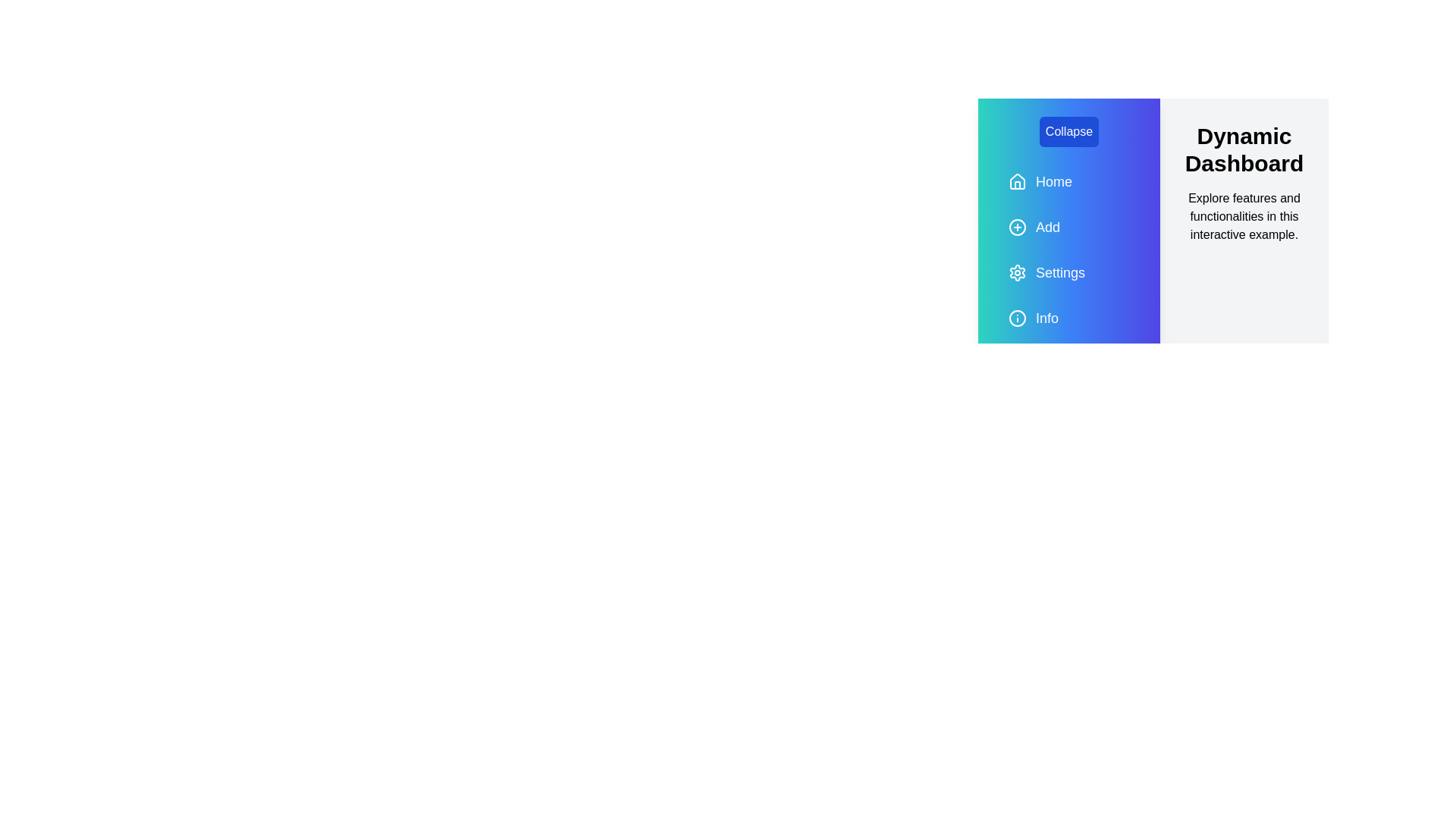 This screenshot has width=1456, height=819. I want to click on the 'Home' navigation item, so click(1068, 180).